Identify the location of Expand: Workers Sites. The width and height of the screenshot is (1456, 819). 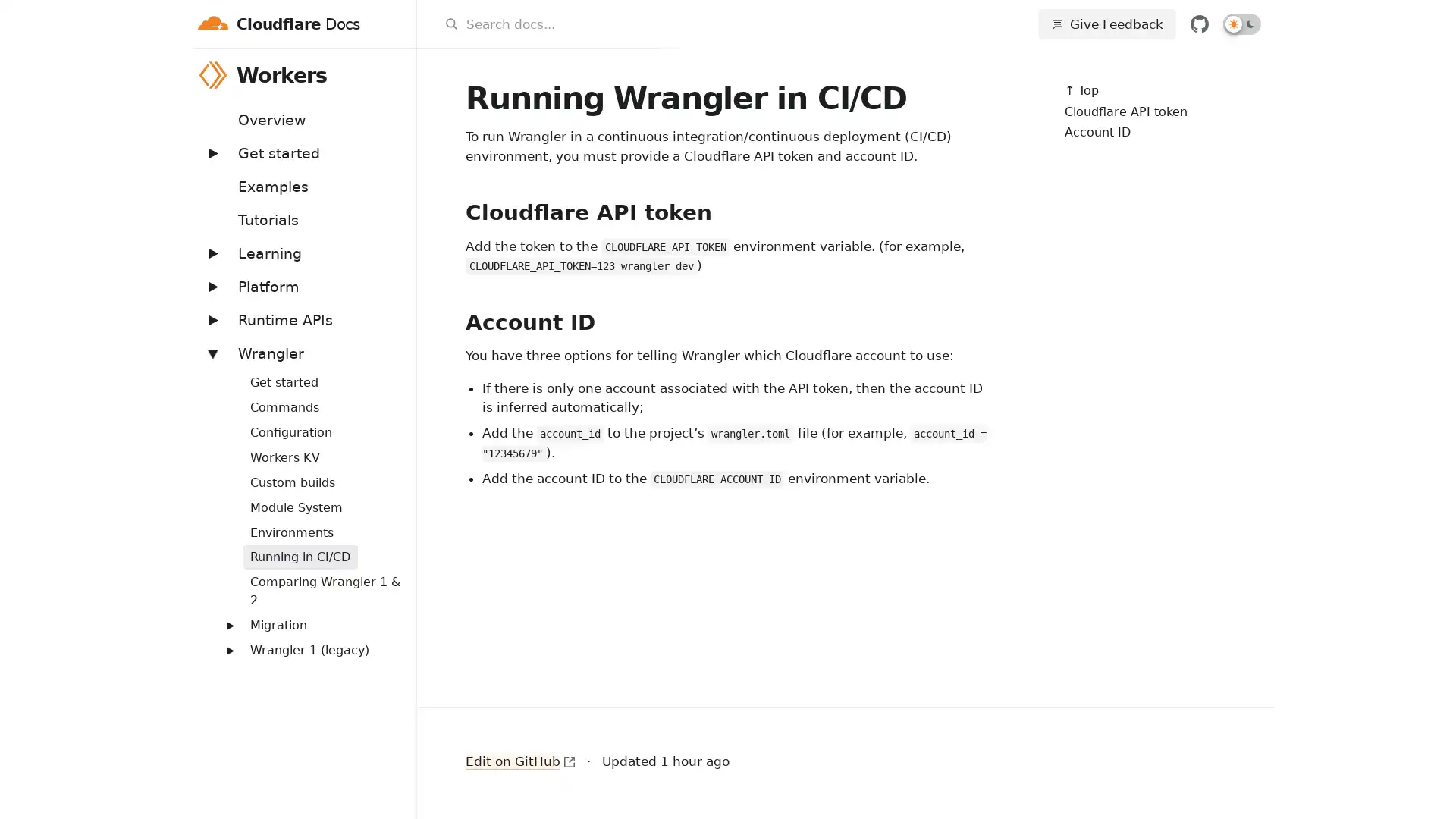
(221, 690).